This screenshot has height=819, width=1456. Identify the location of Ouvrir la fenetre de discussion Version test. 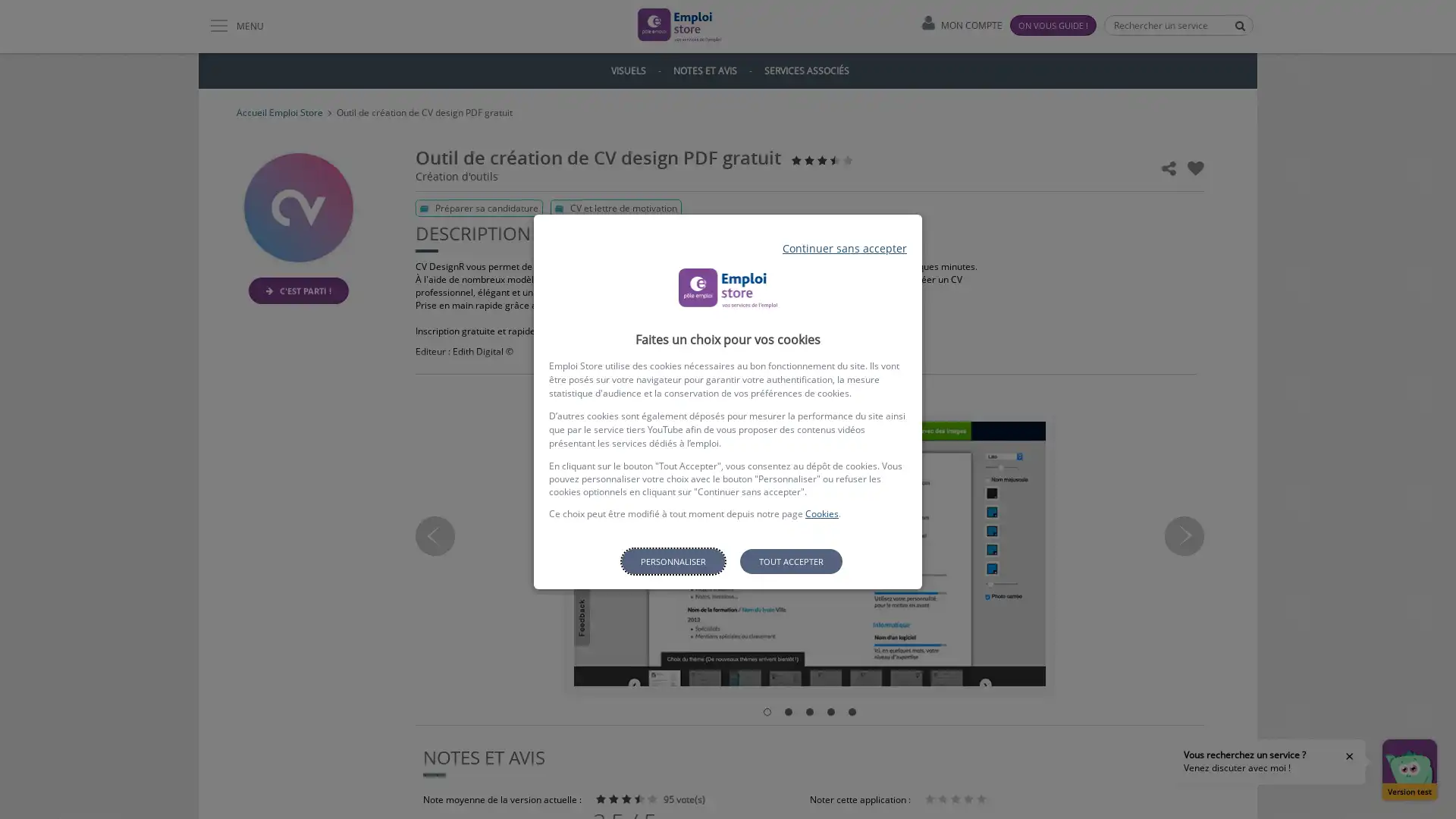
(1408, 769).